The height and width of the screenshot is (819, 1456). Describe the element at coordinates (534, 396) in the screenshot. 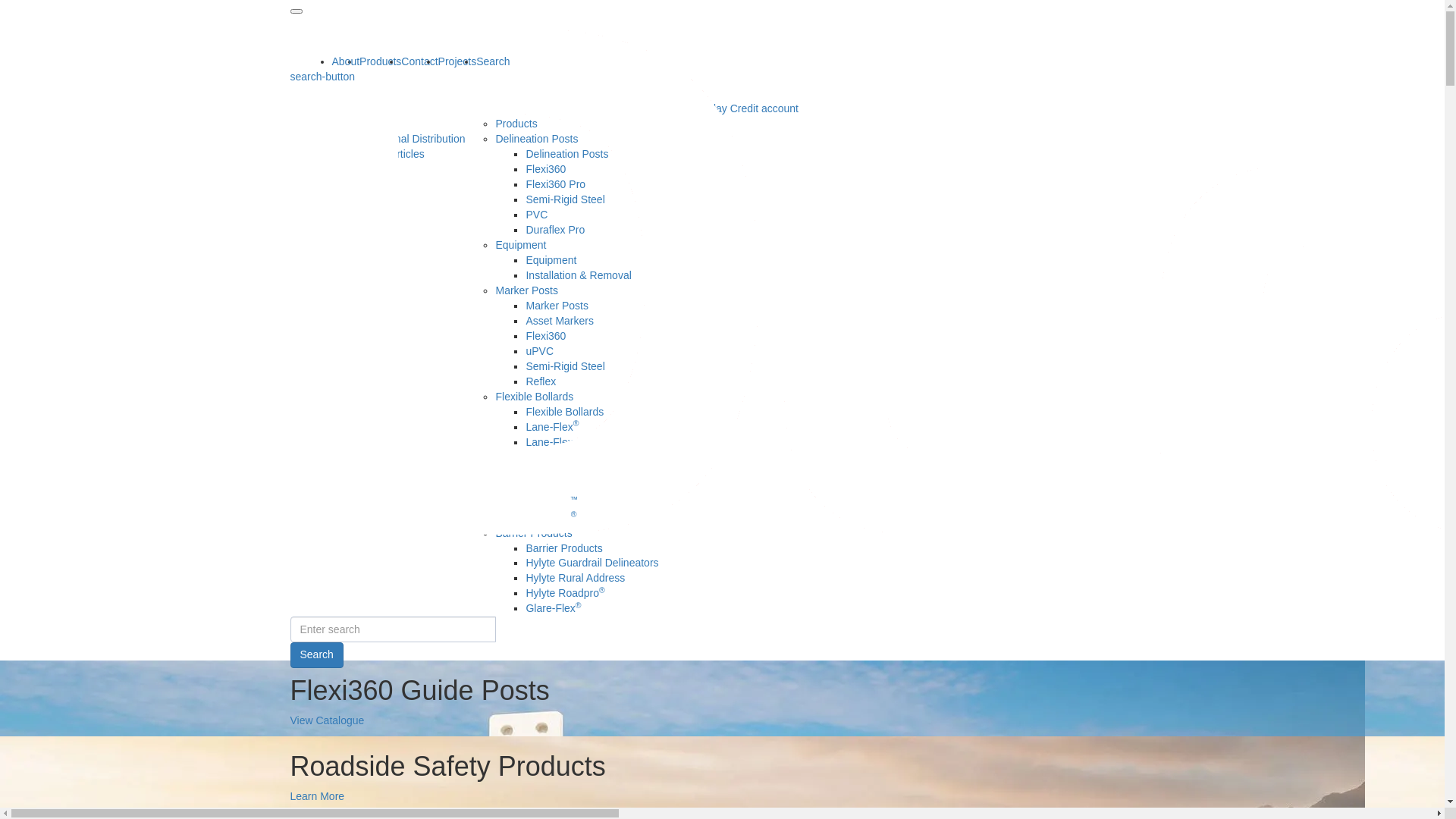

I see `'Flexible Bollards'` at that location.